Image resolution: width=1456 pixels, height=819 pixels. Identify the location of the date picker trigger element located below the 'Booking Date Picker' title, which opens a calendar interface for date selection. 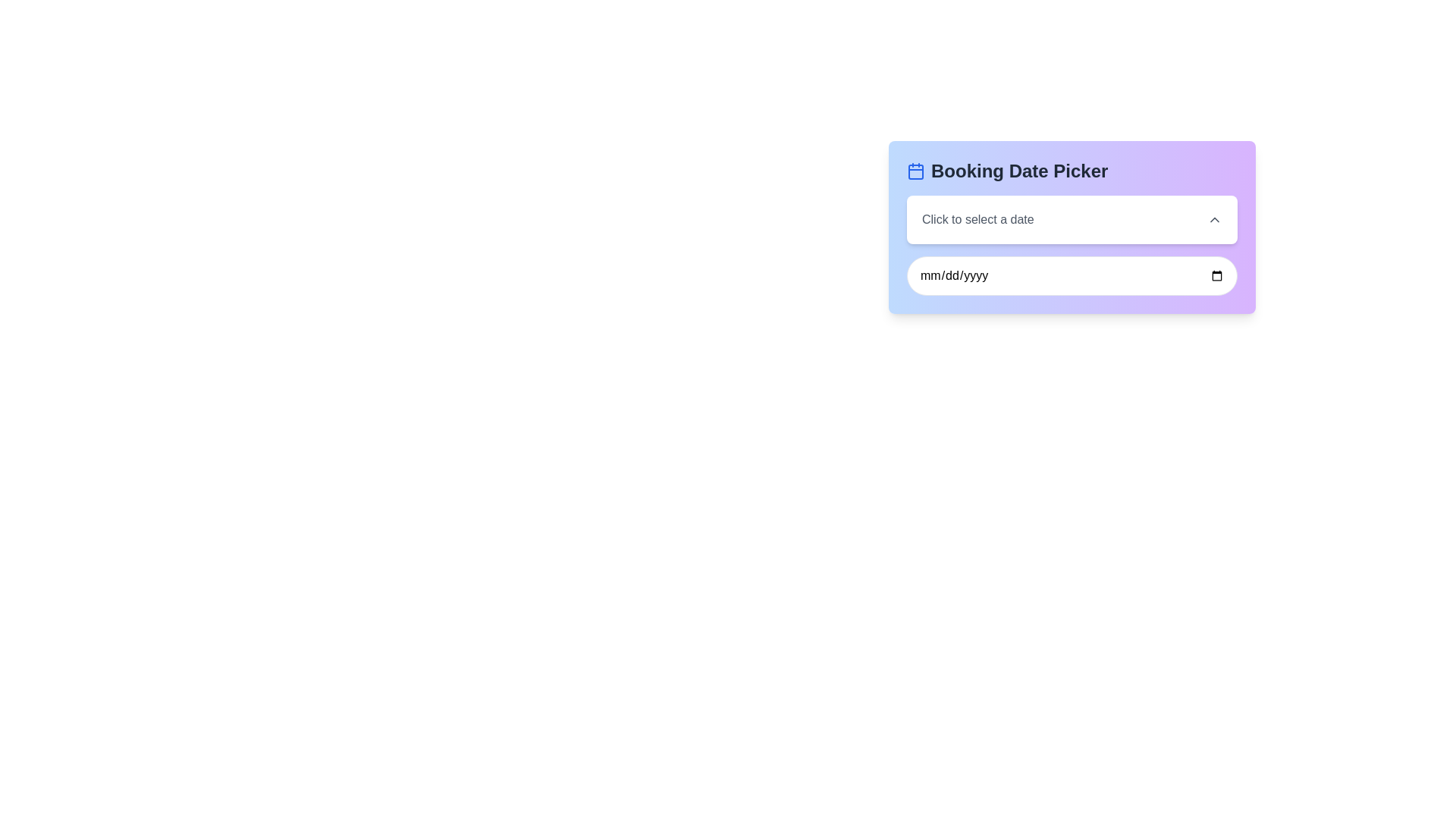
(1072, 219).